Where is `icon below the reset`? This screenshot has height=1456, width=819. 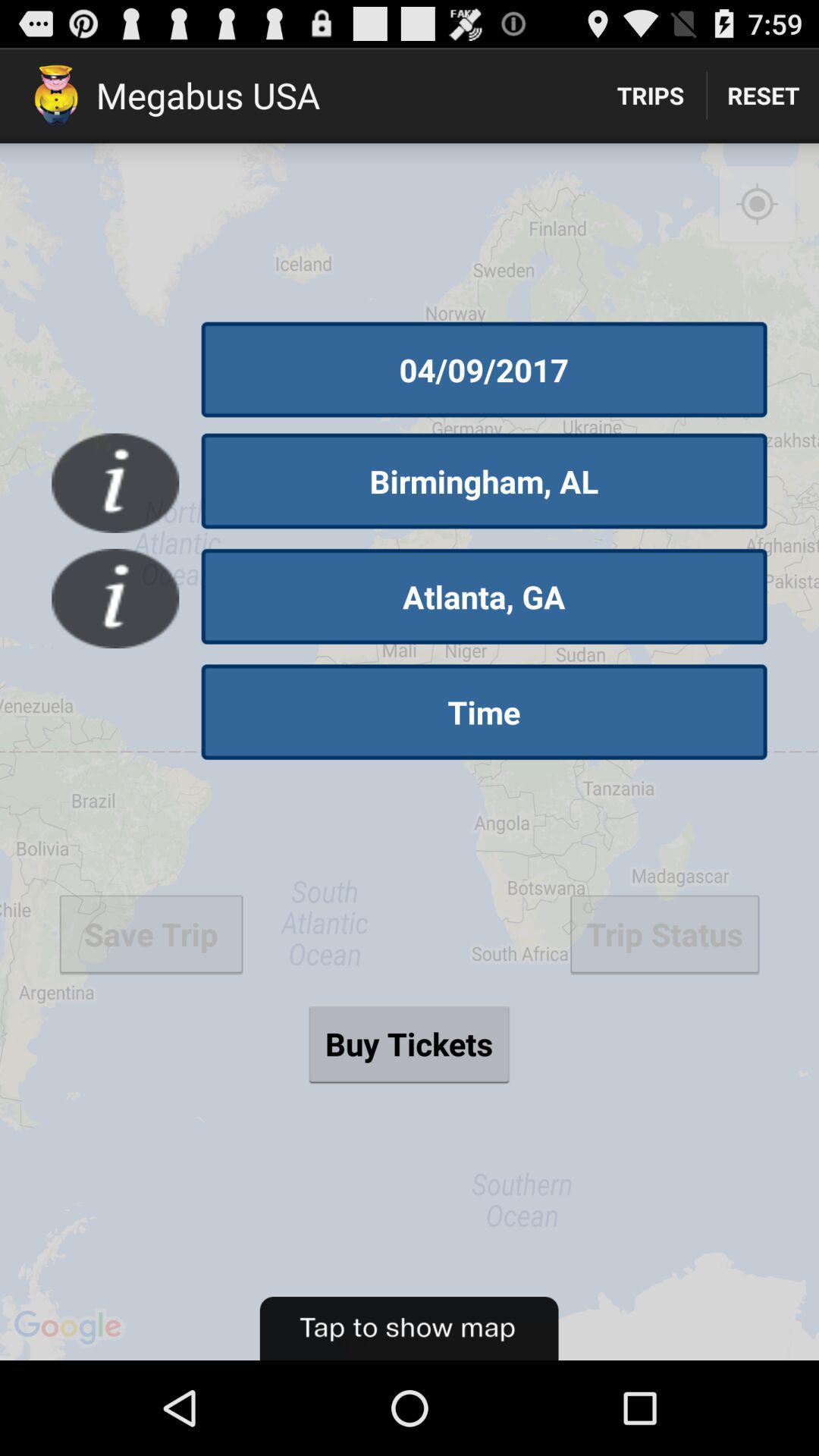
icon below the reset is located at coordinates (757, 204).